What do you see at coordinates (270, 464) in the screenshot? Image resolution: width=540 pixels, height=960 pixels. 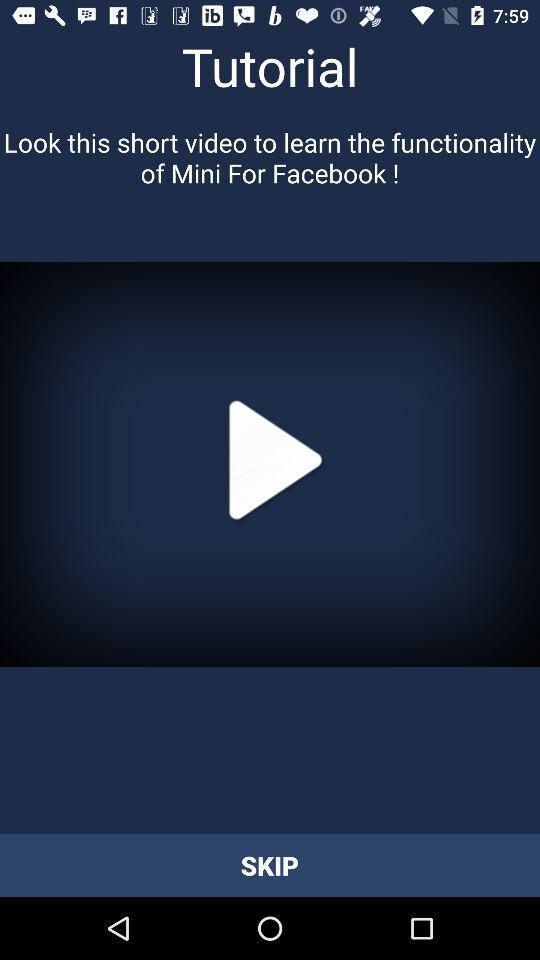 I see `item below look this short item` at bounding box center [270, 464].